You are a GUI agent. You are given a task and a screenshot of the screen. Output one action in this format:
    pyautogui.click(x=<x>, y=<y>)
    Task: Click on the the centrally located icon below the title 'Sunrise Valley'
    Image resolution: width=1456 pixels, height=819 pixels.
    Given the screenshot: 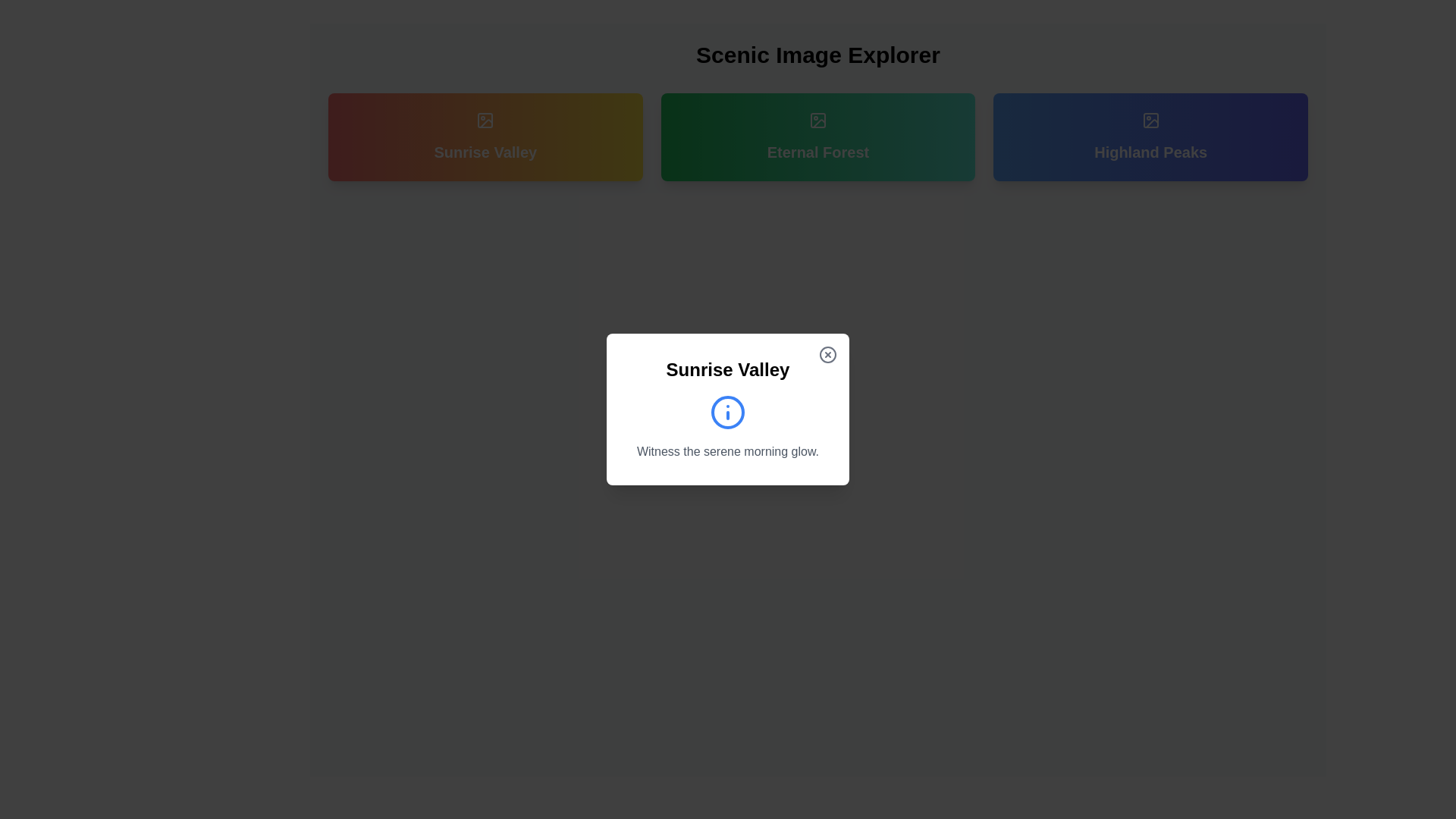 What is the action you would take?
    pyautogui.click(x=728, y=412)
    